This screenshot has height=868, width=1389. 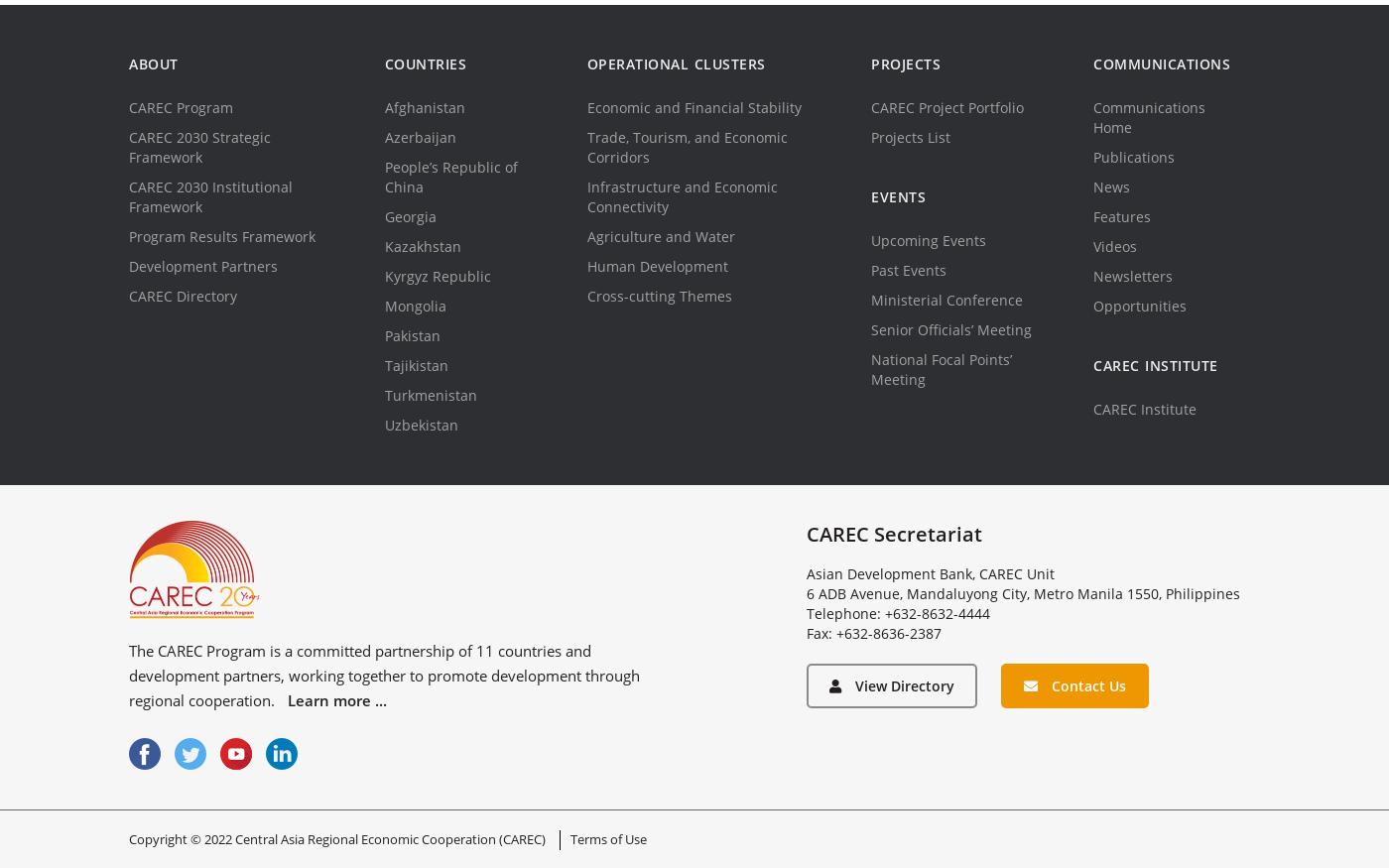 What do you see at coordinates (421, 246) in the screenshot?
I see `'Kazakhstan'` at bounding box center [421, 246].